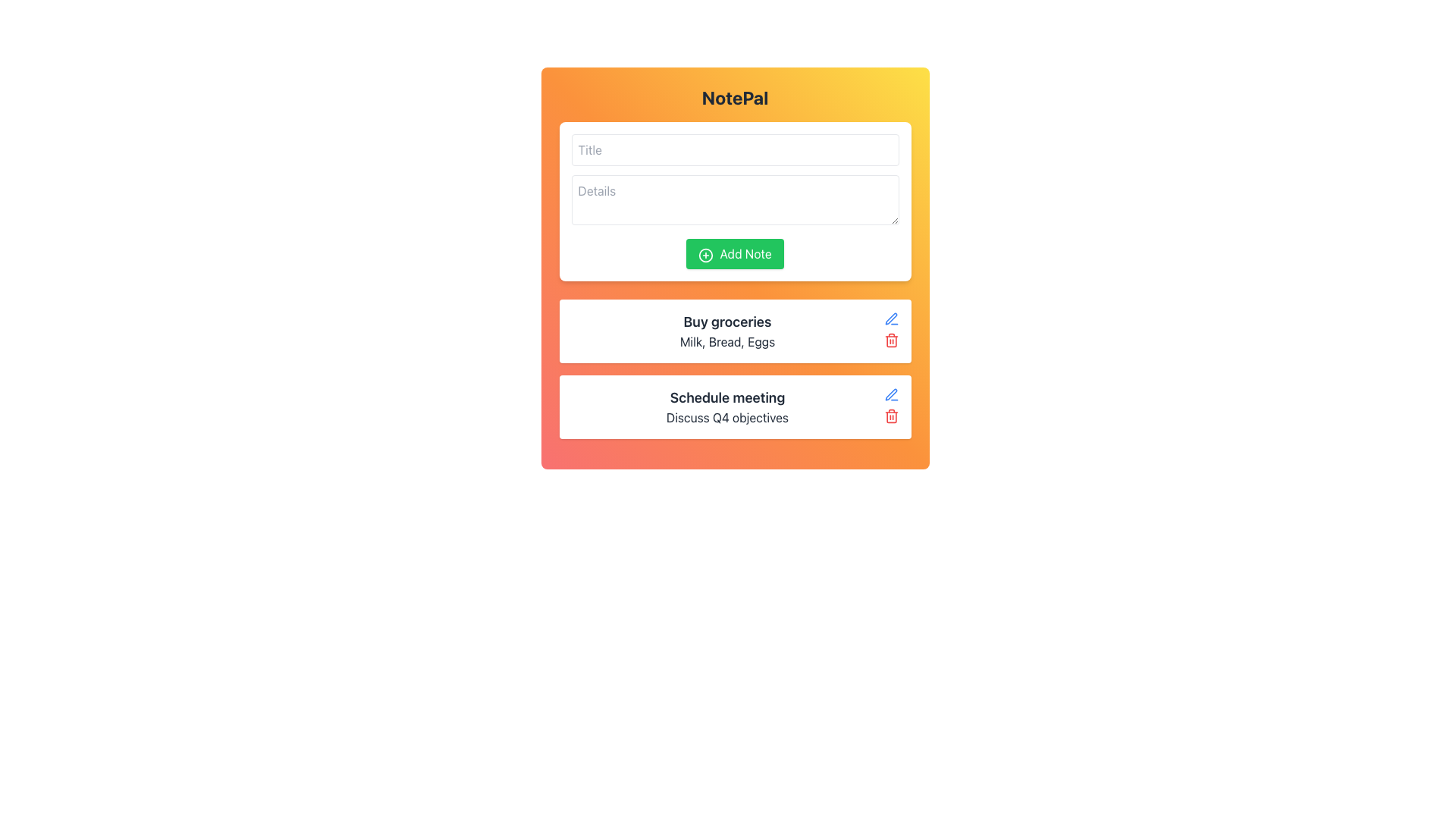 This screenshot has width=1456, height=819. I want to click on the unfilled circle icon with a '+' sign inside it, located to the left of the 'Add Note' button, which is centered below the 'Details' text area, so click(705, 254).